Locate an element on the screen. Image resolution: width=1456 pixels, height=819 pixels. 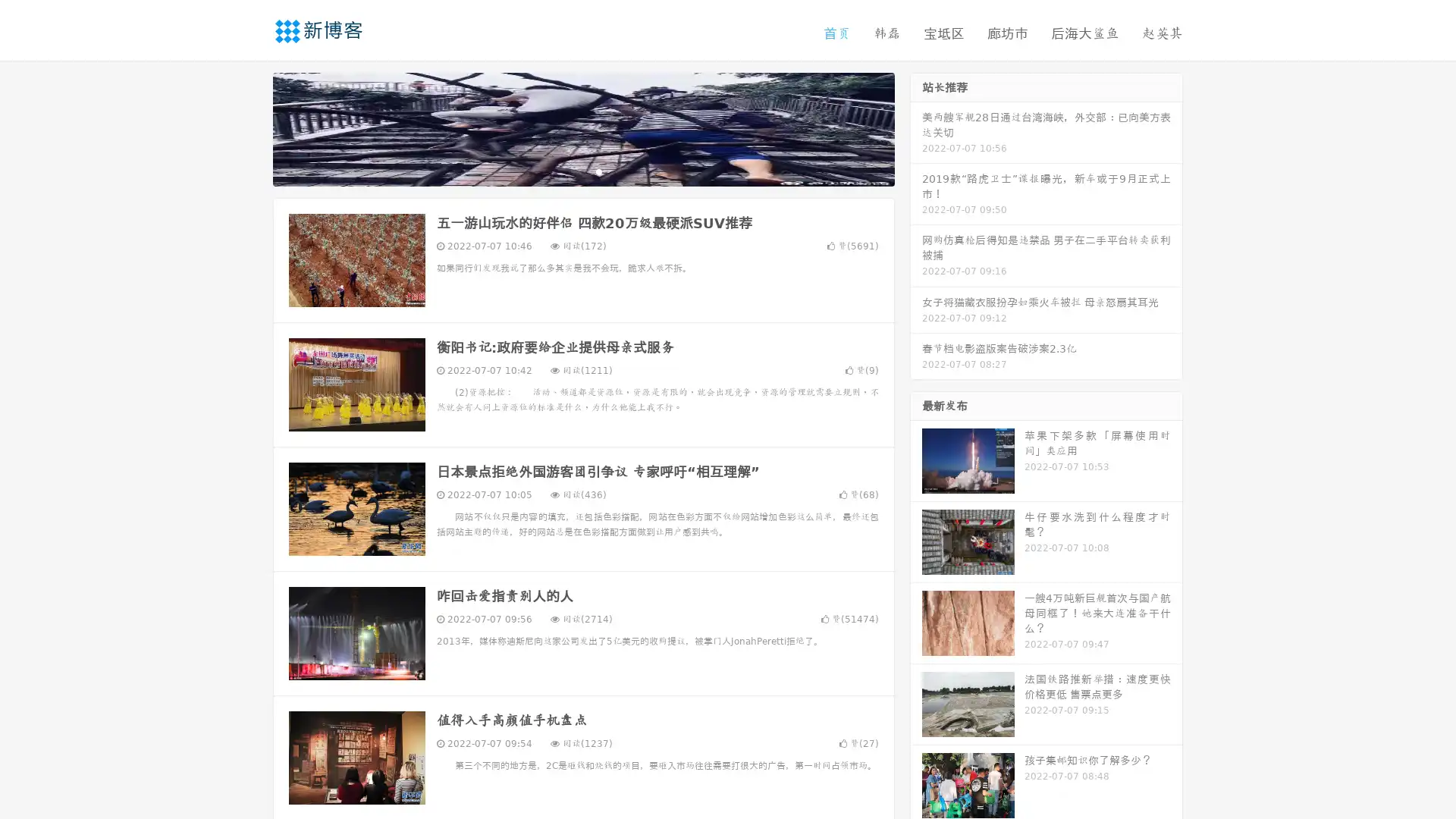
Go to slide 1 is located at coordinates (567, 171).